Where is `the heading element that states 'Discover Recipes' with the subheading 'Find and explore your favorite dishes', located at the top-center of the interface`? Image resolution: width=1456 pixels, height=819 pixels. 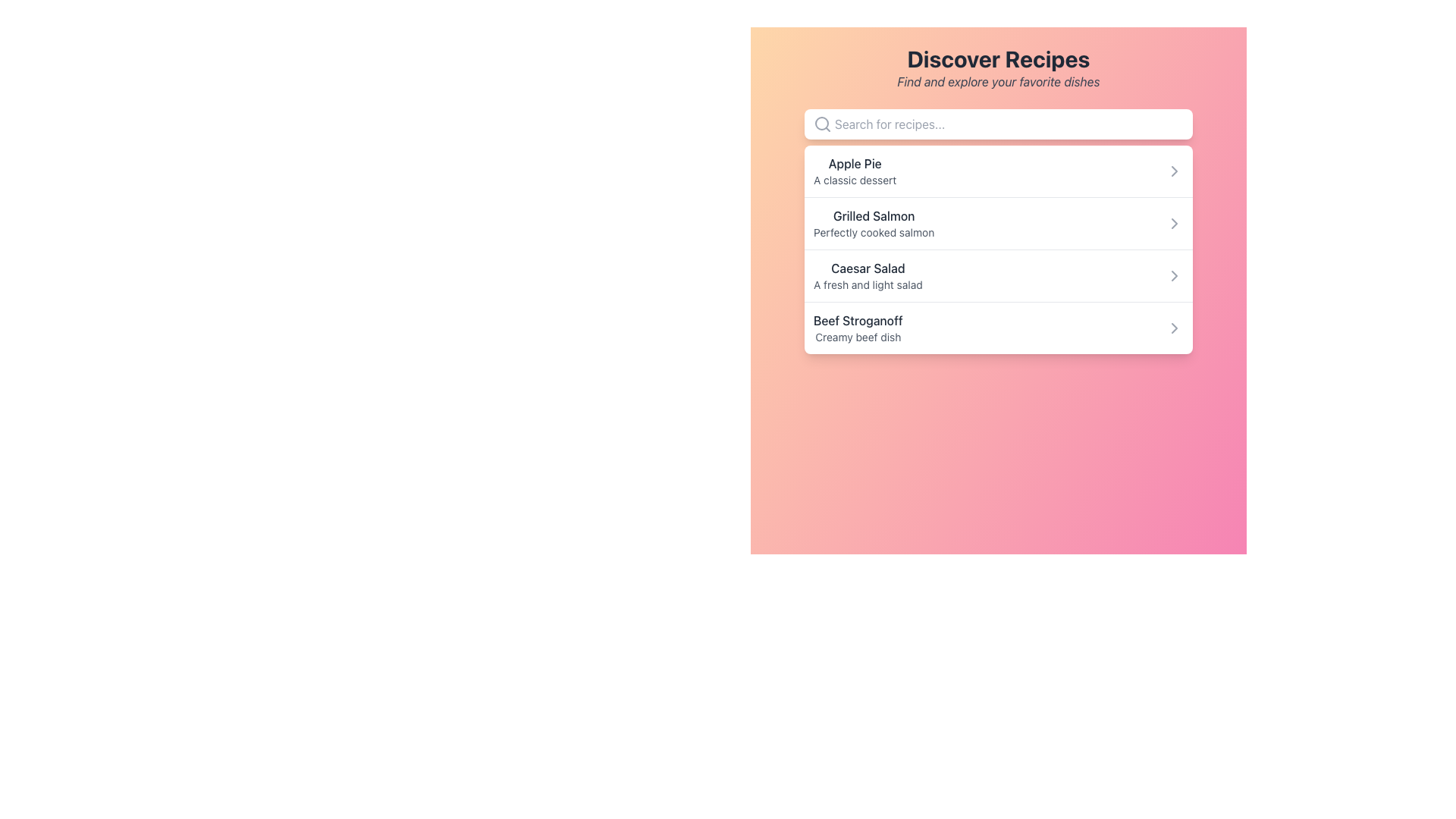
the heading element that states 'Discover Recipes' with the subheading 'Find and explore your favorite dishes', located at the top-center of the interface is located at coordinates (998, 67).